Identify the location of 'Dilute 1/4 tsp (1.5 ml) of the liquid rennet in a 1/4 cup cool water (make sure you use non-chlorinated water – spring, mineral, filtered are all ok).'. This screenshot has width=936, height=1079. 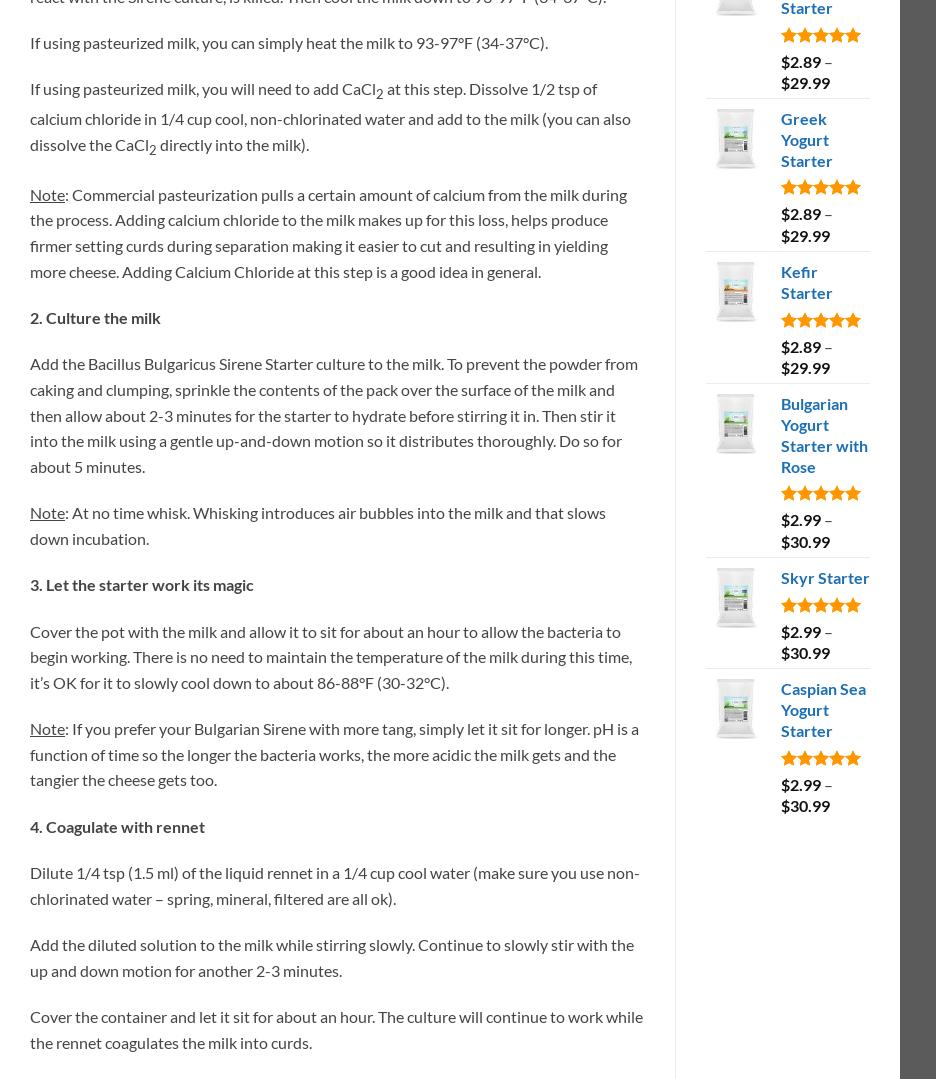
(29, 883).